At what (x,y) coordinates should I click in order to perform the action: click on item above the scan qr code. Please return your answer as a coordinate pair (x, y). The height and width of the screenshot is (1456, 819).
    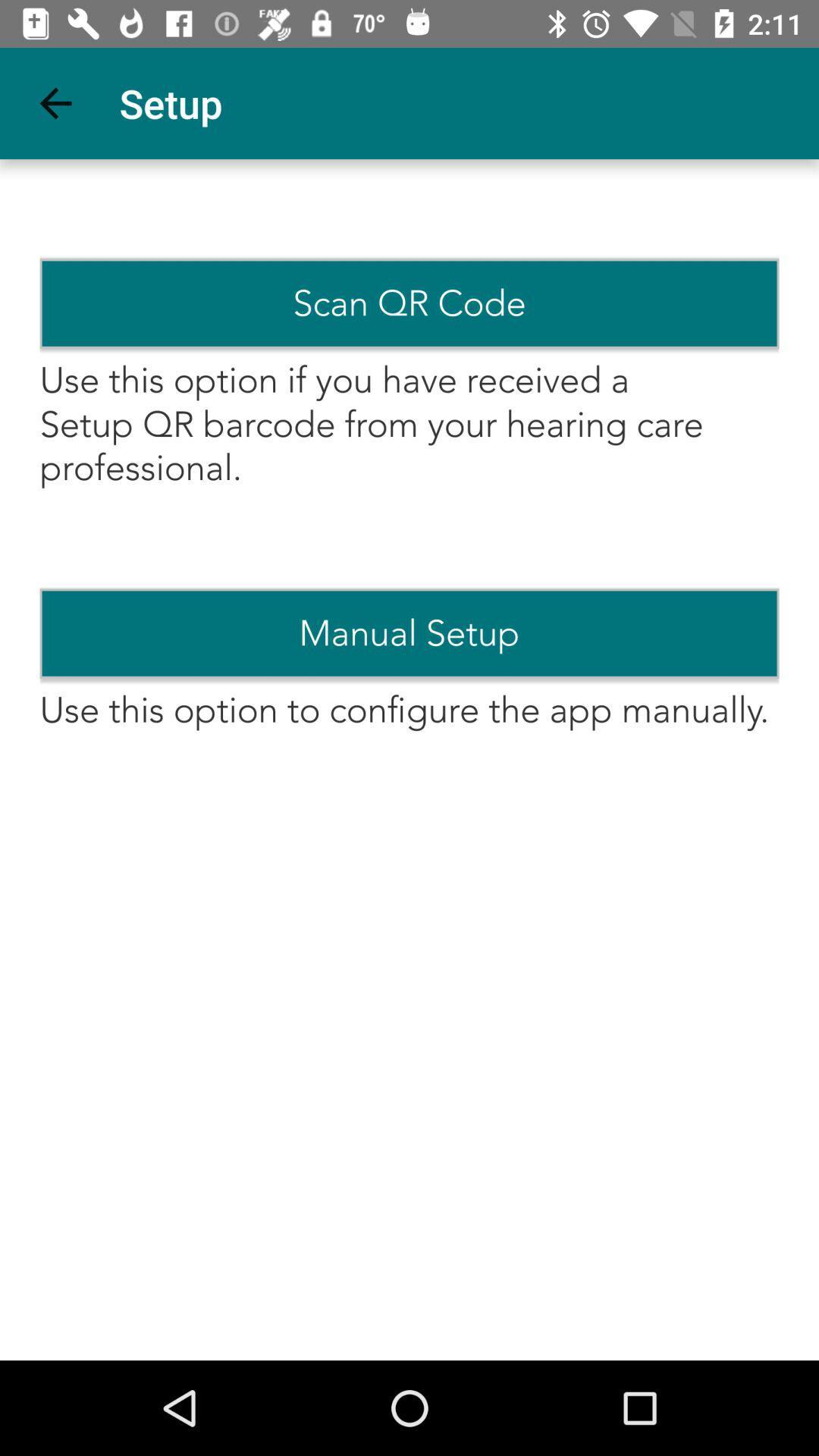
    Looking at the image, I should click on (55, 102).